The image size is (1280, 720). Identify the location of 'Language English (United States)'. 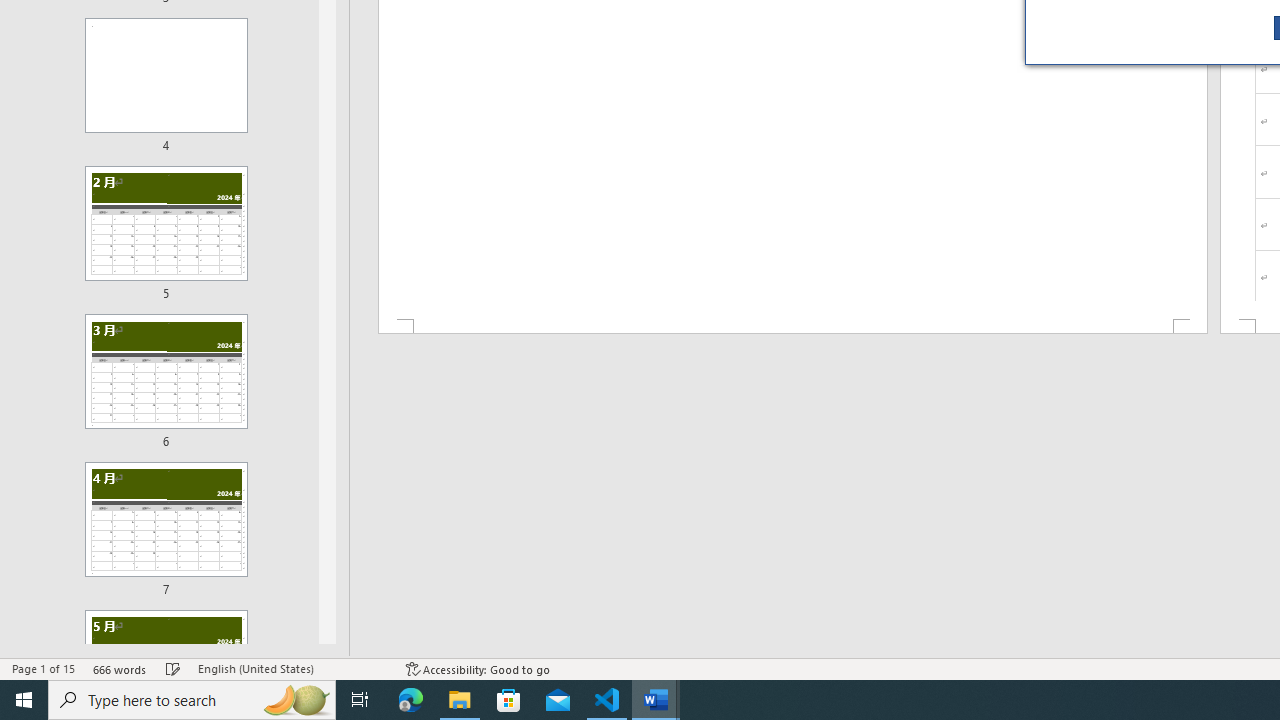
(291, 669).